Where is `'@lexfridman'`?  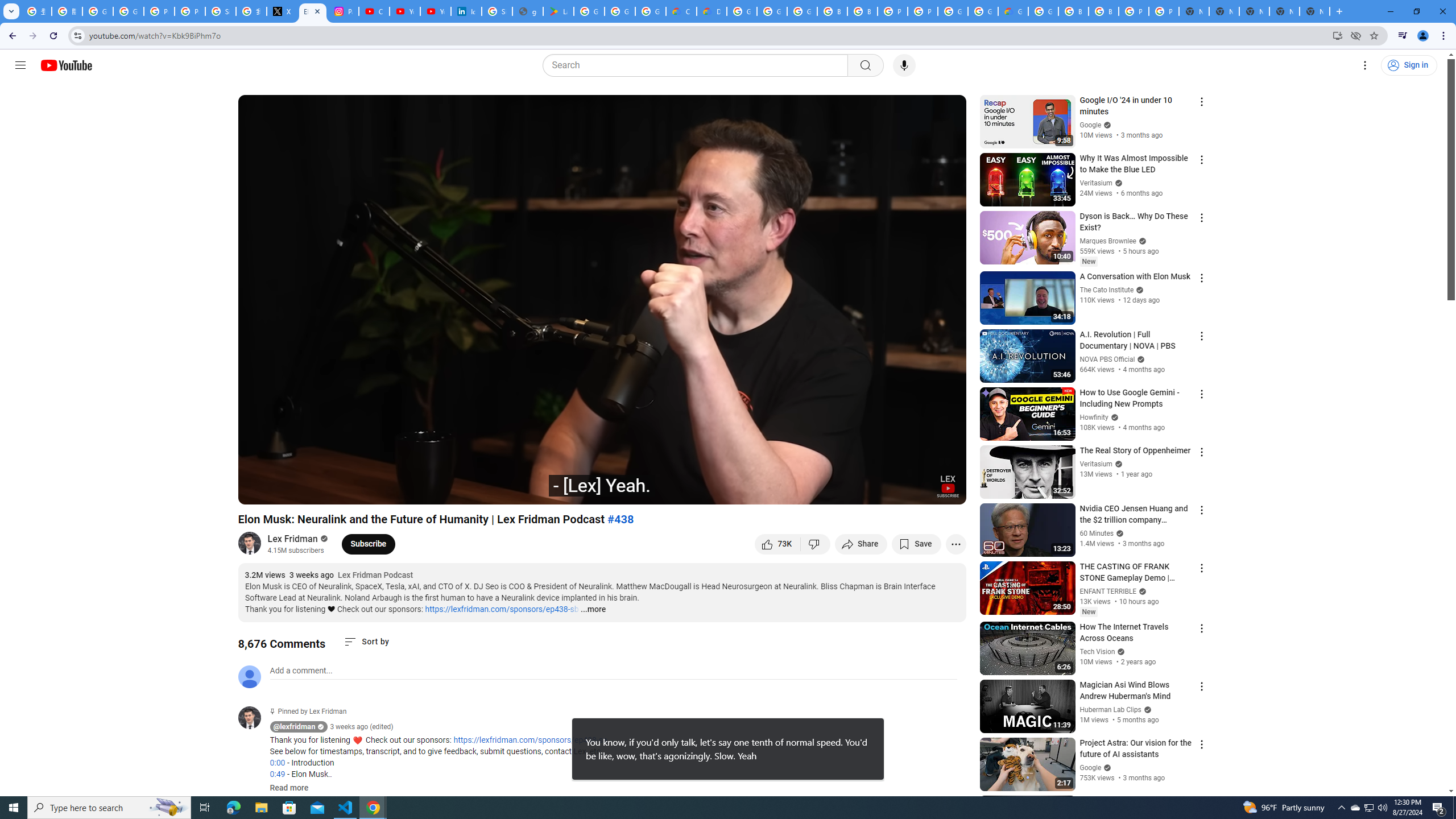 '@lexfridman' is located at coordinates (294, 727).